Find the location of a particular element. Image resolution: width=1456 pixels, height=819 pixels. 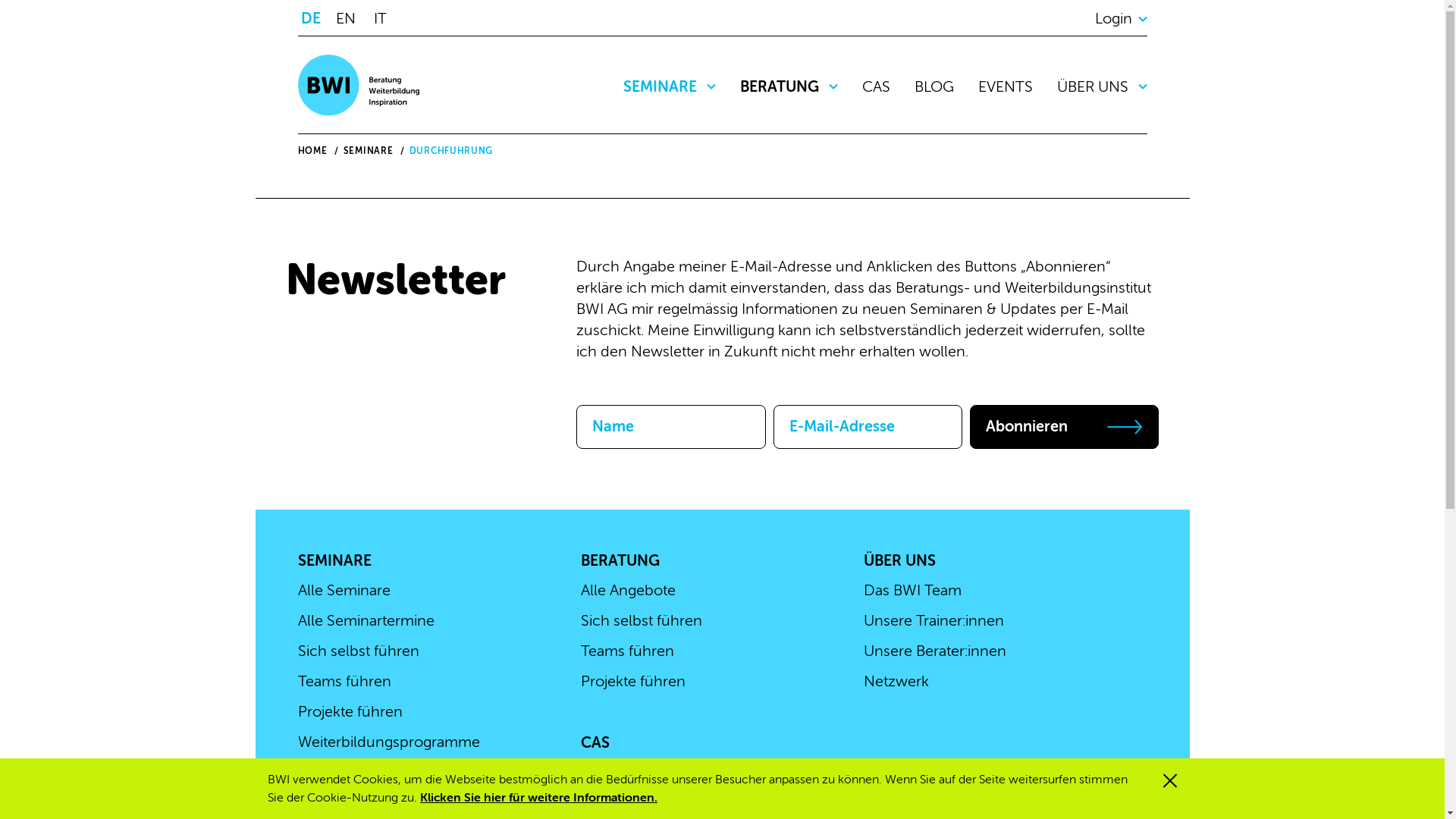

'Alle Seminartermine' is located at coordinates (297, 620).